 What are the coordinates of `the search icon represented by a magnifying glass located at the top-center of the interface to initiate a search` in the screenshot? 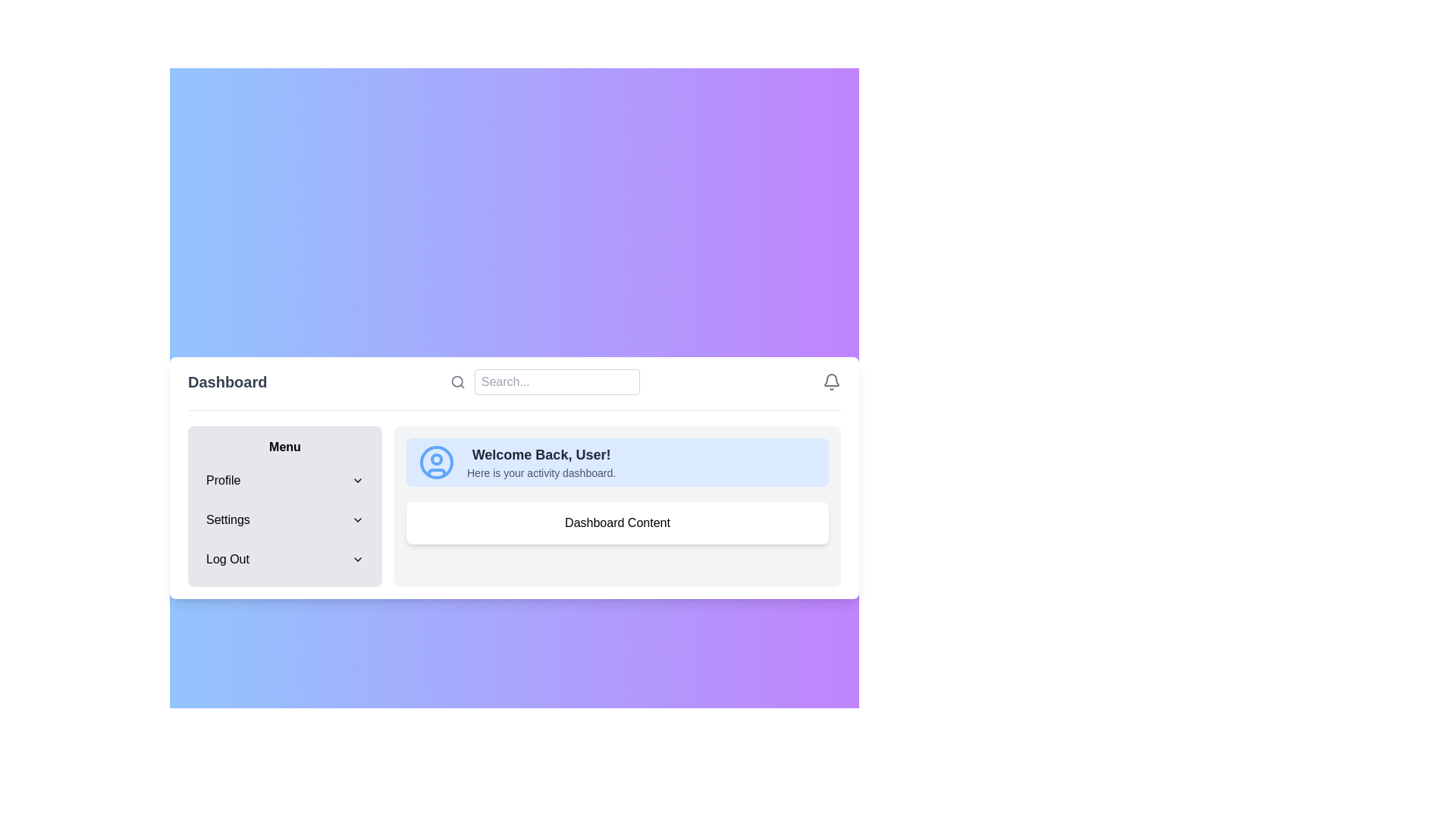 It's located at (457, 381).